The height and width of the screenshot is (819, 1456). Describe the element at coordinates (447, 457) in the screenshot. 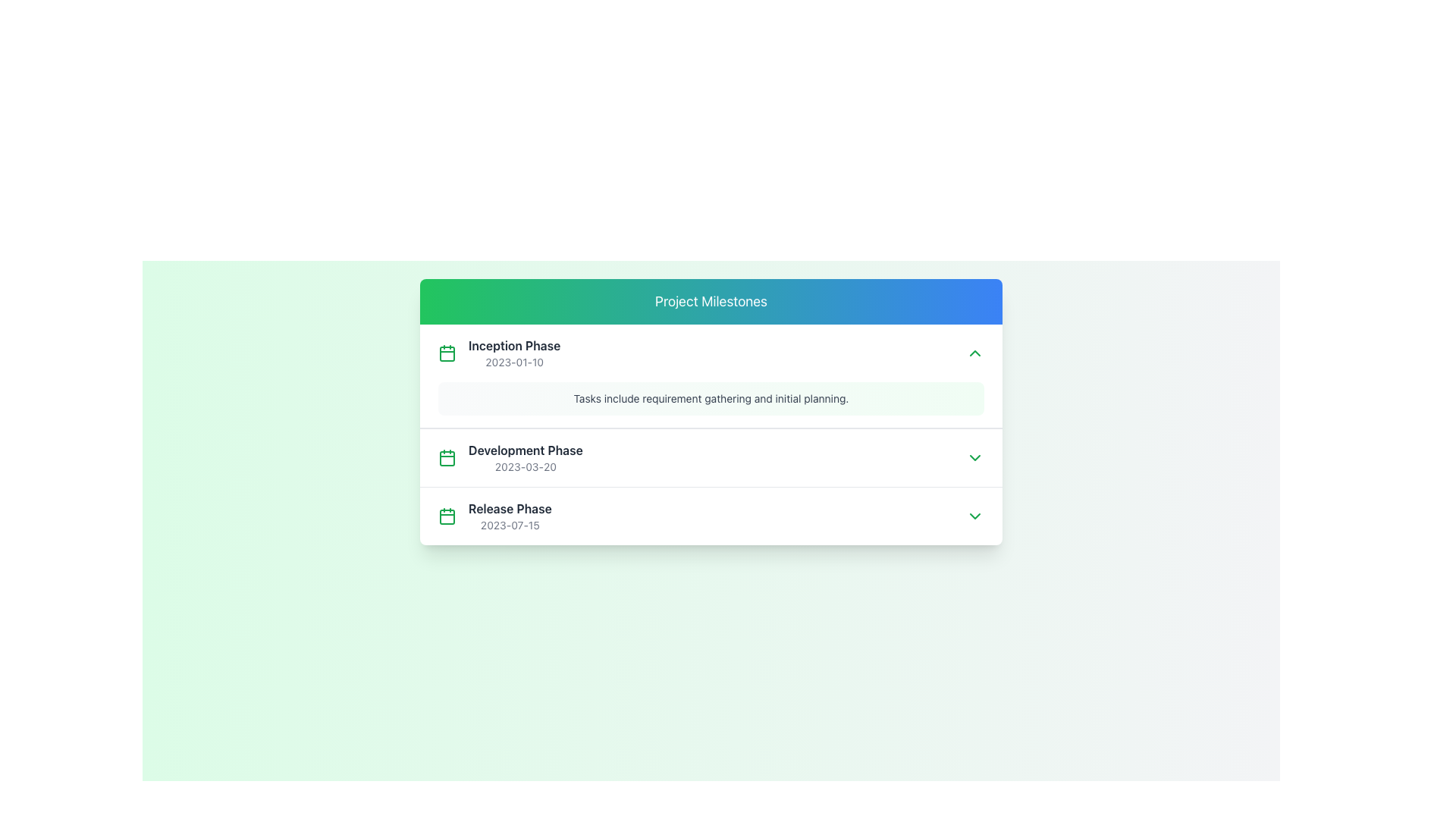

I see `the calendar icon representing the 'Development Phase' milestone, positioned at the start of its entry in the milestone list` at that location.